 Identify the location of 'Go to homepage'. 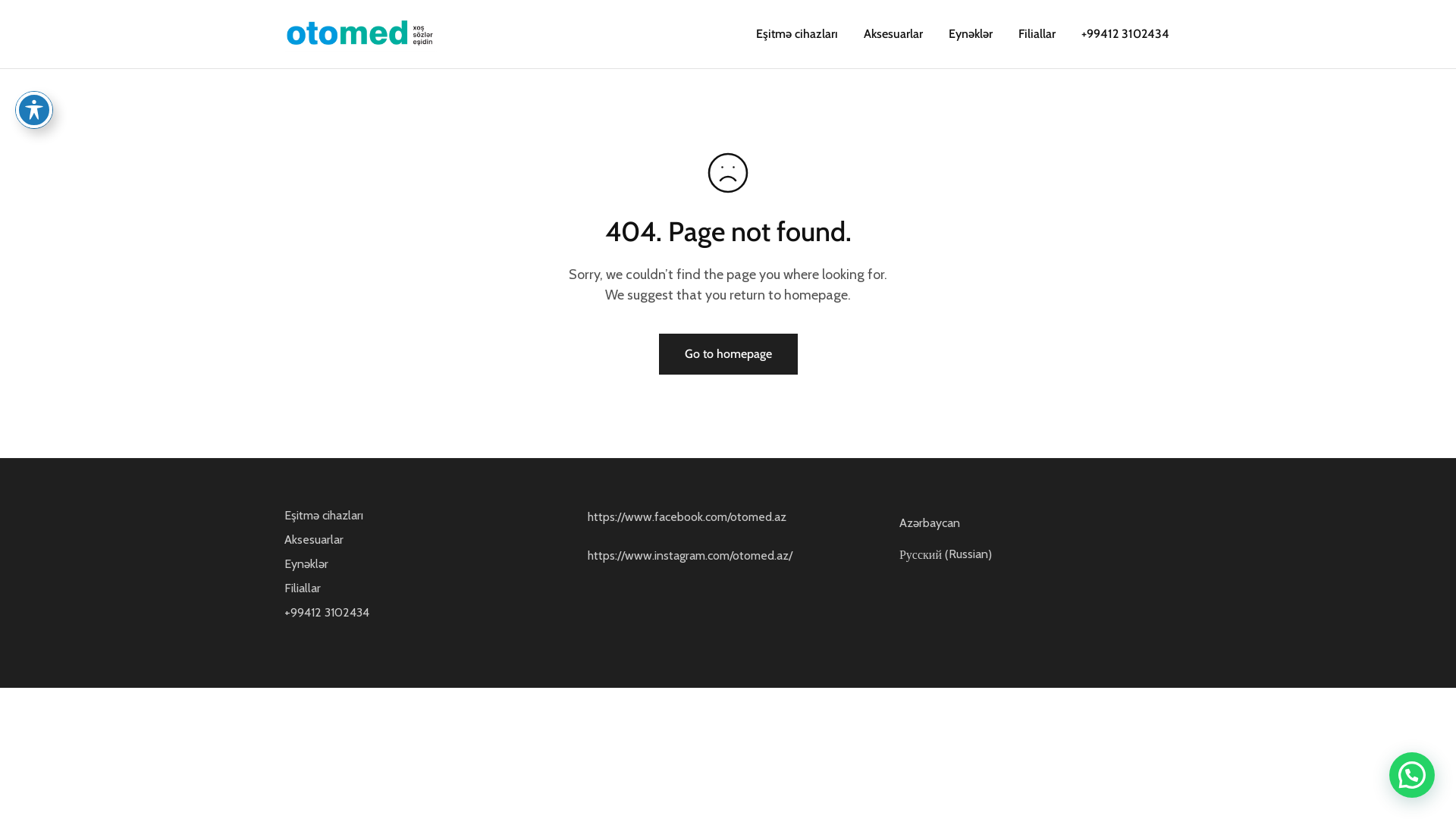
(726, 353).